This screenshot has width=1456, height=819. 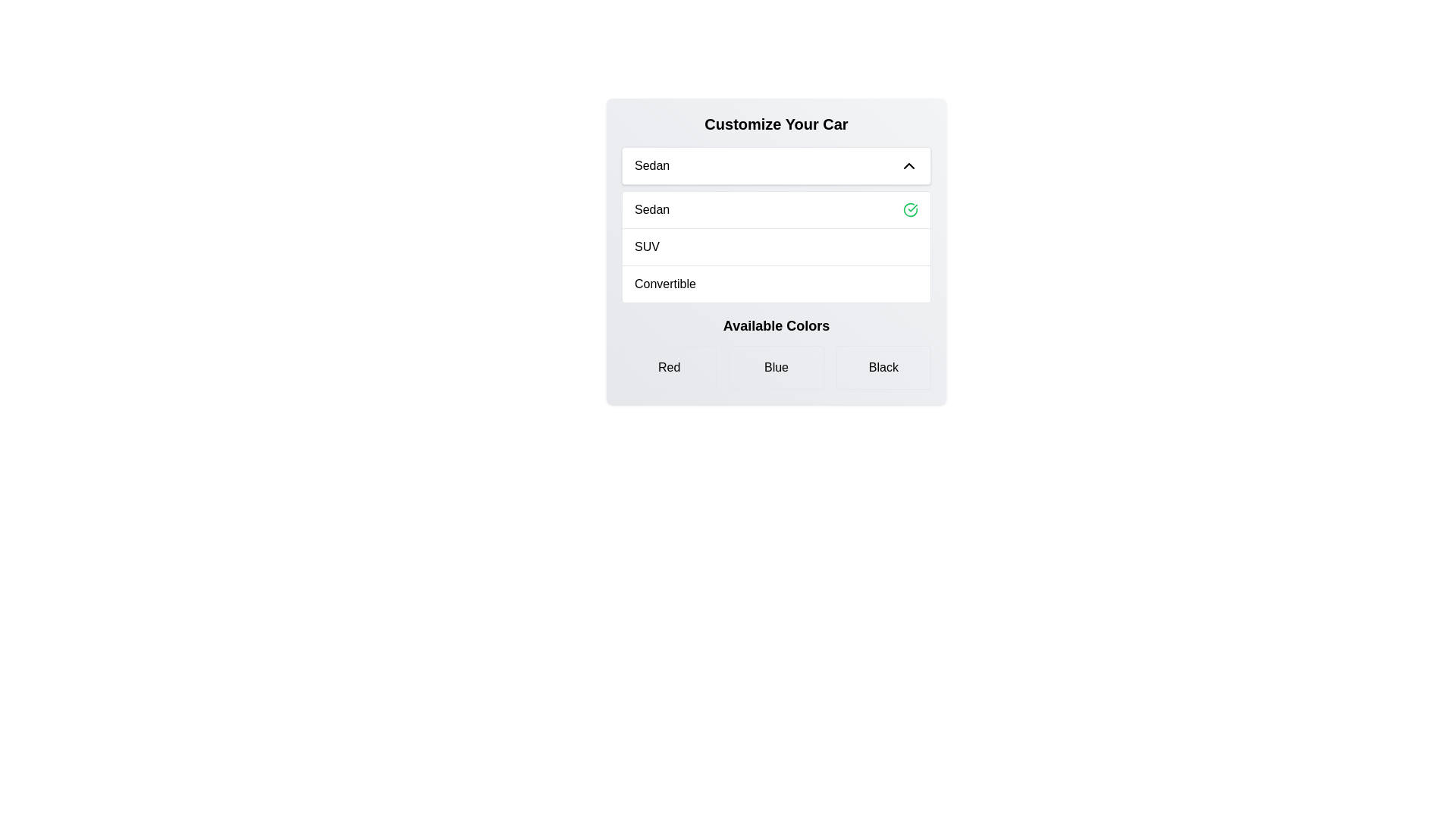 What do you see at coordinates (647, 246) in the screenshot?
I see `the 'SUV' option in the selectable list under the 'Customize Your Car' dropdown` at bounding box center [647, 246].